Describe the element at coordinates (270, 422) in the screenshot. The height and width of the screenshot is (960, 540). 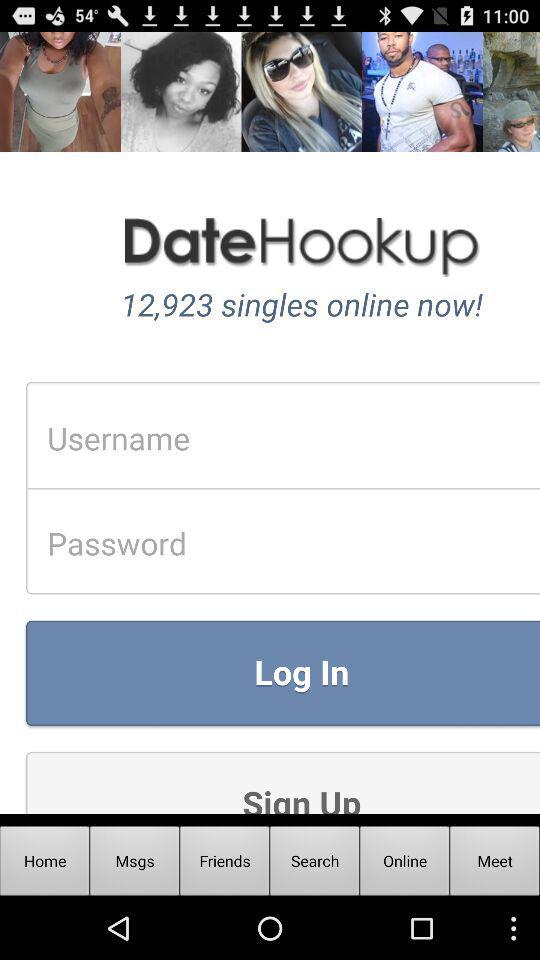
I see `login to the app` at that location.